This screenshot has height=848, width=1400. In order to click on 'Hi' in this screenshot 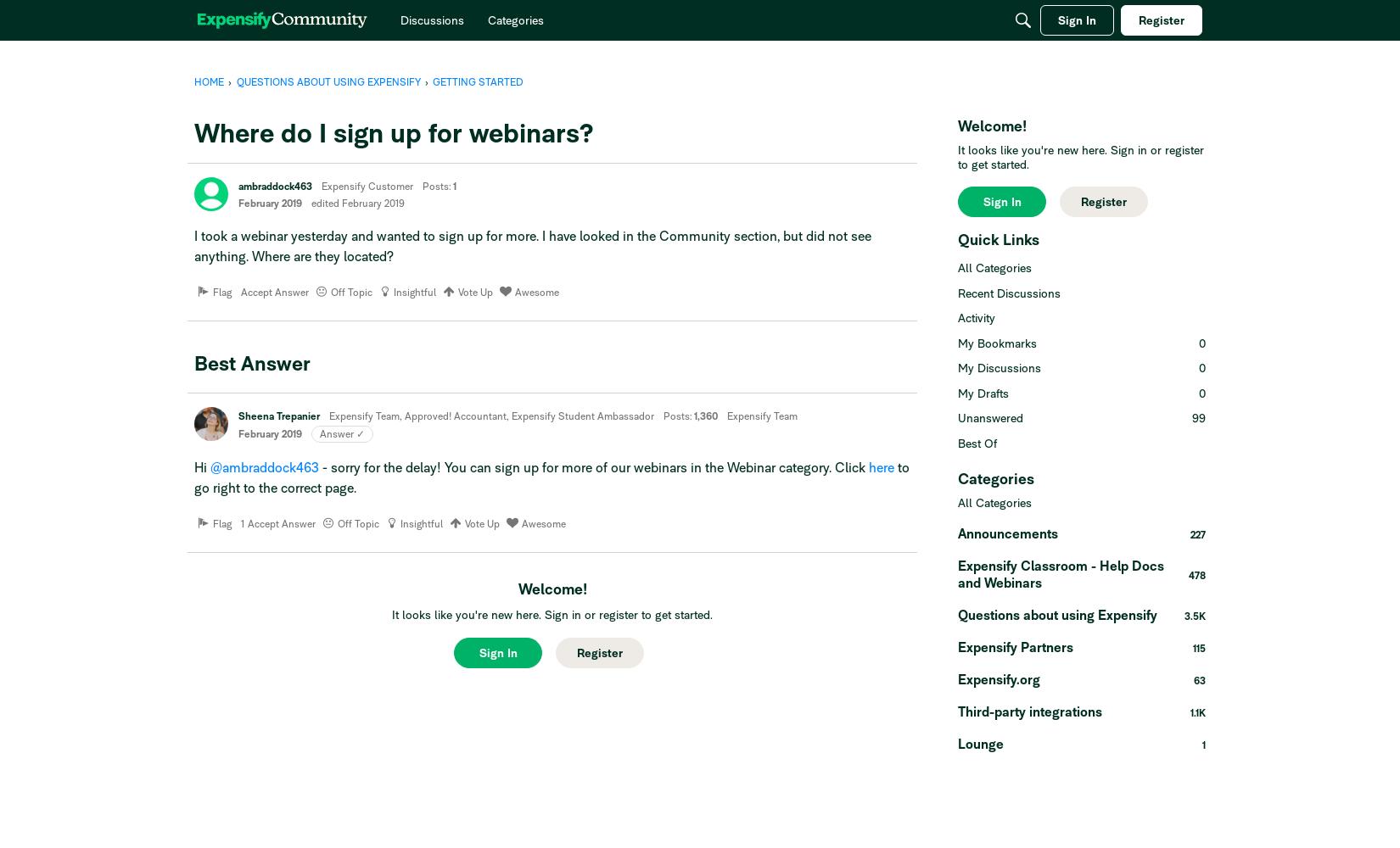, I will do `click(202, 467)`.